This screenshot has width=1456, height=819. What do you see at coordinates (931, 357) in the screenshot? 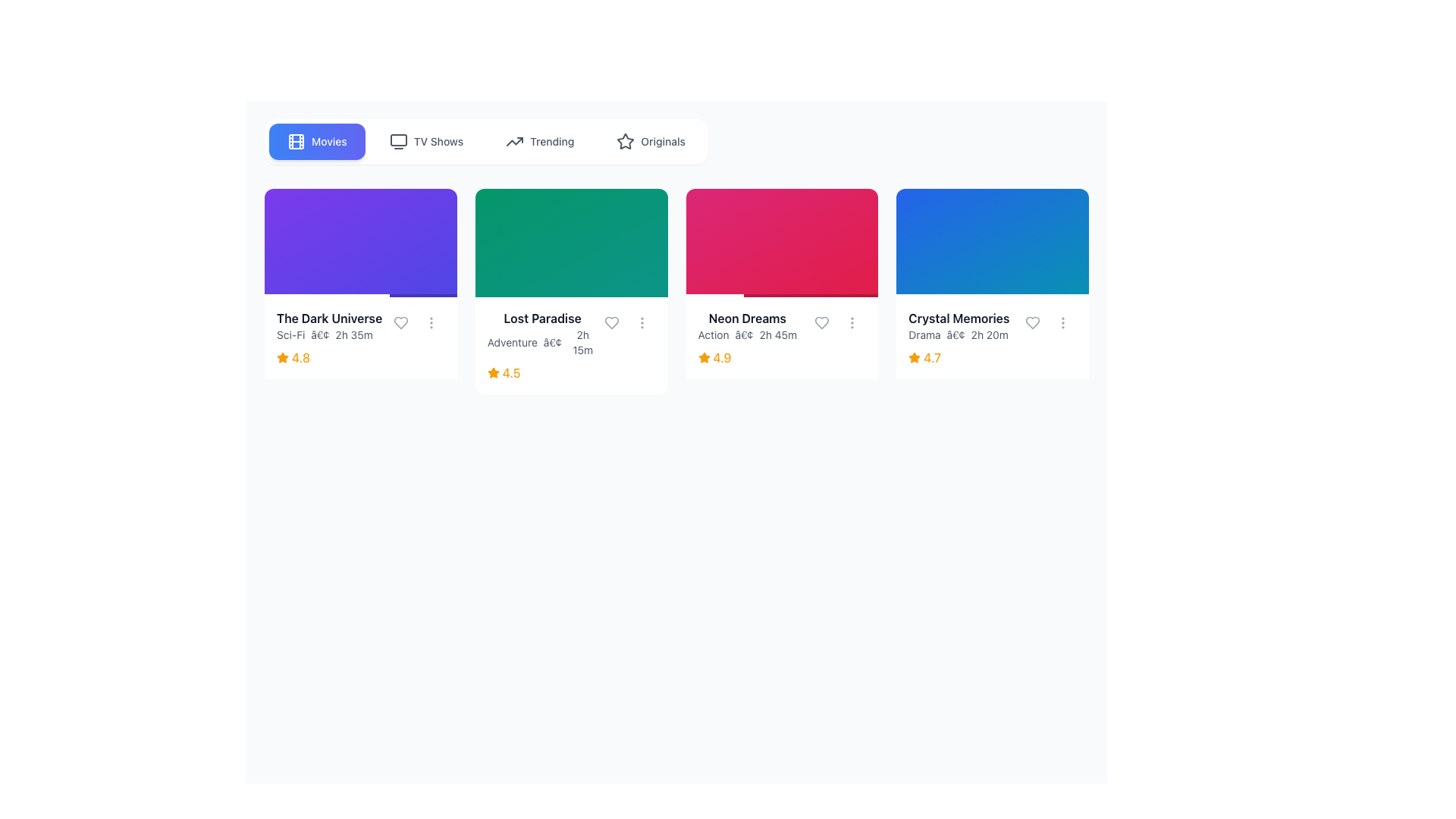
I see `the static text displaying the numeric value '4.7', which is part of a rating system and positioned next to a star icon in the lower-left corner of the 'Crystal Memories' card` at bounding box center [931, 357].